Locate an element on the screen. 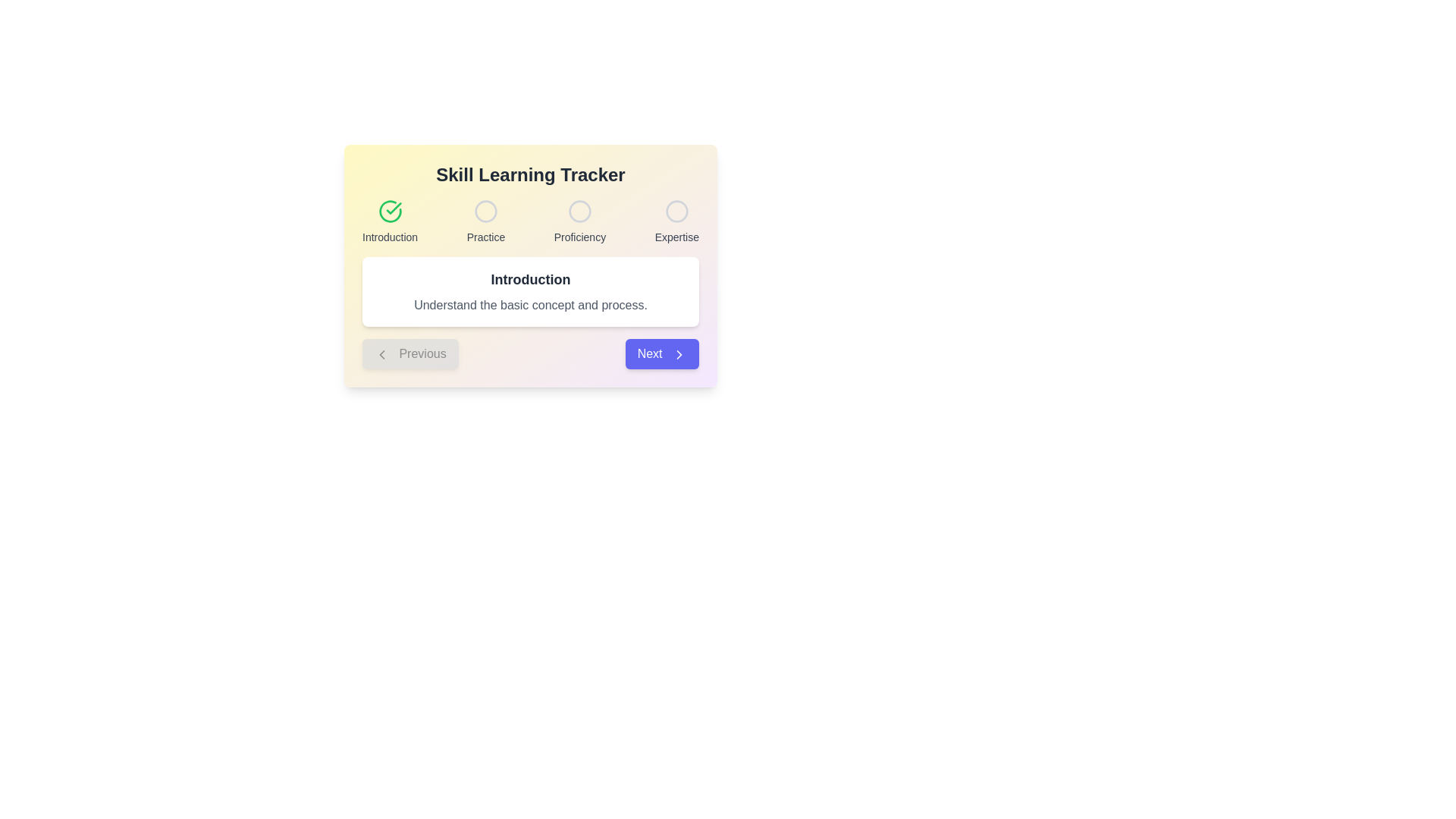 This screenshot has height=819, width=1456. the 'Expertise' static indicator in the multi-step learning tracker, which is the fourth element in the sequence of indicators labeled 'Introduction', 'Practice', 'Proficiency', and 'Expertise' is located at coordinates (676, 222).